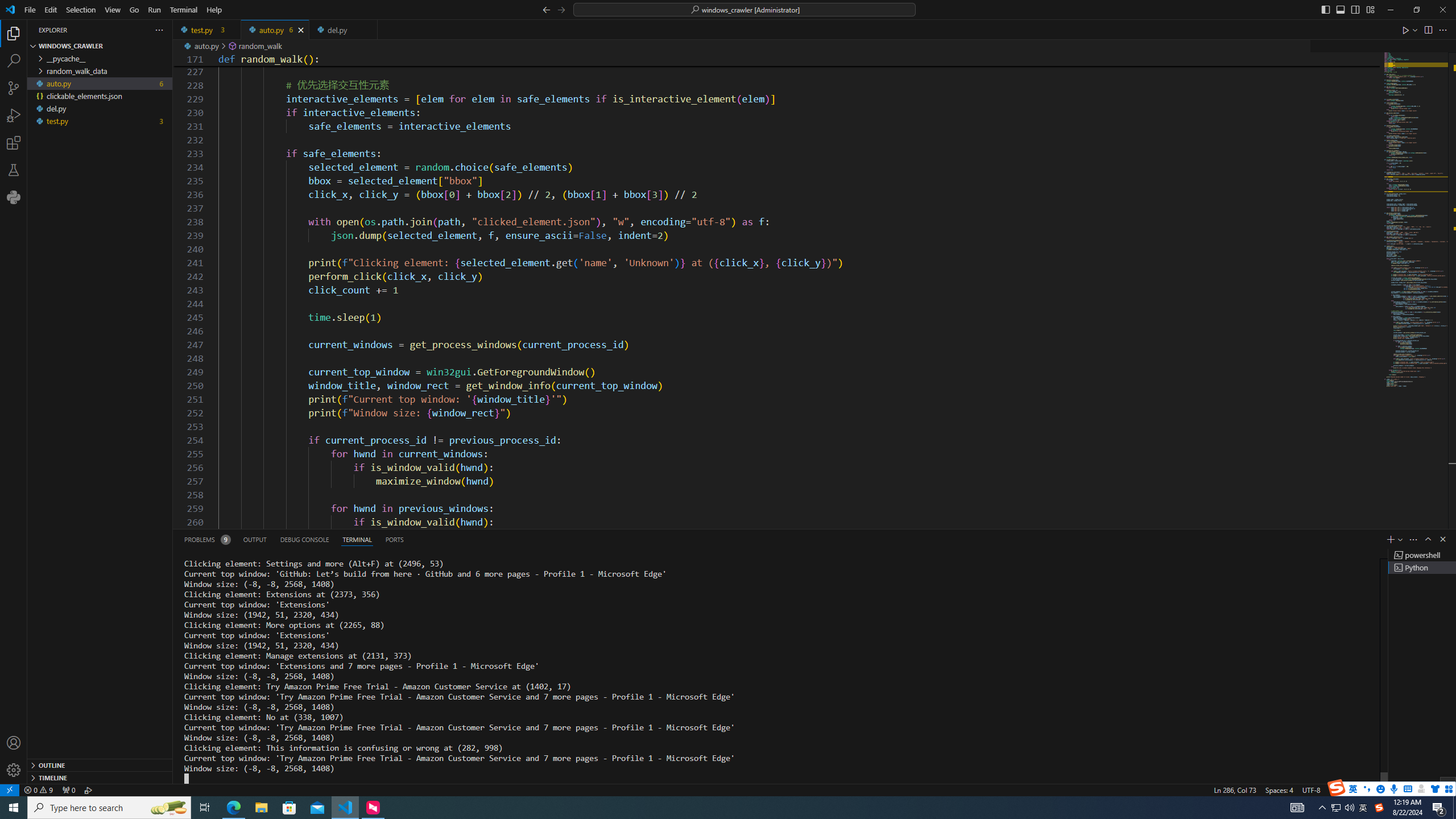  I want to click on 'Tab actions', so click(369, 29).